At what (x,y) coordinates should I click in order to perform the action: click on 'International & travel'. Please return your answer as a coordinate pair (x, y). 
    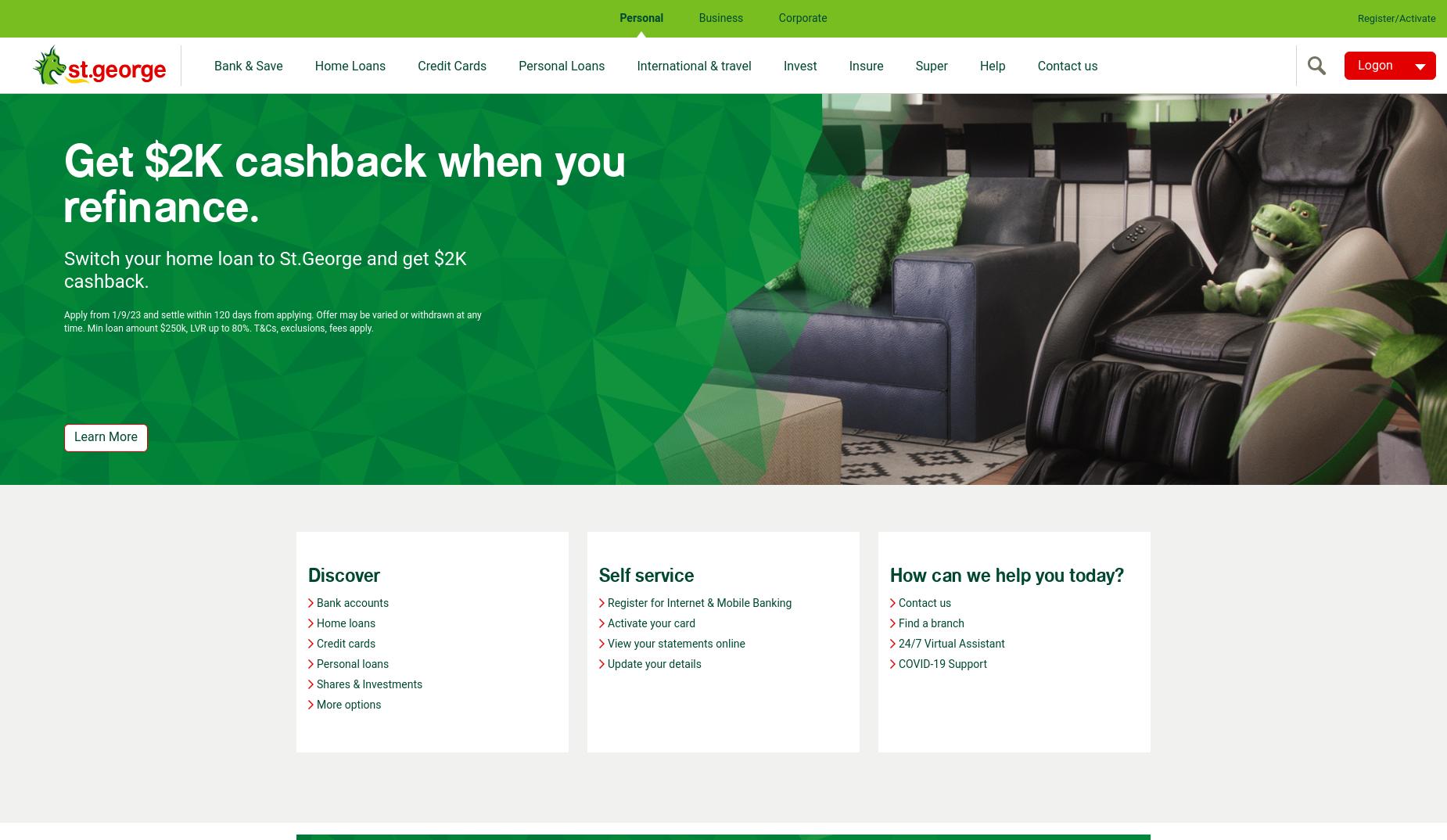
    Looking at the image, I should click on (694, 66).